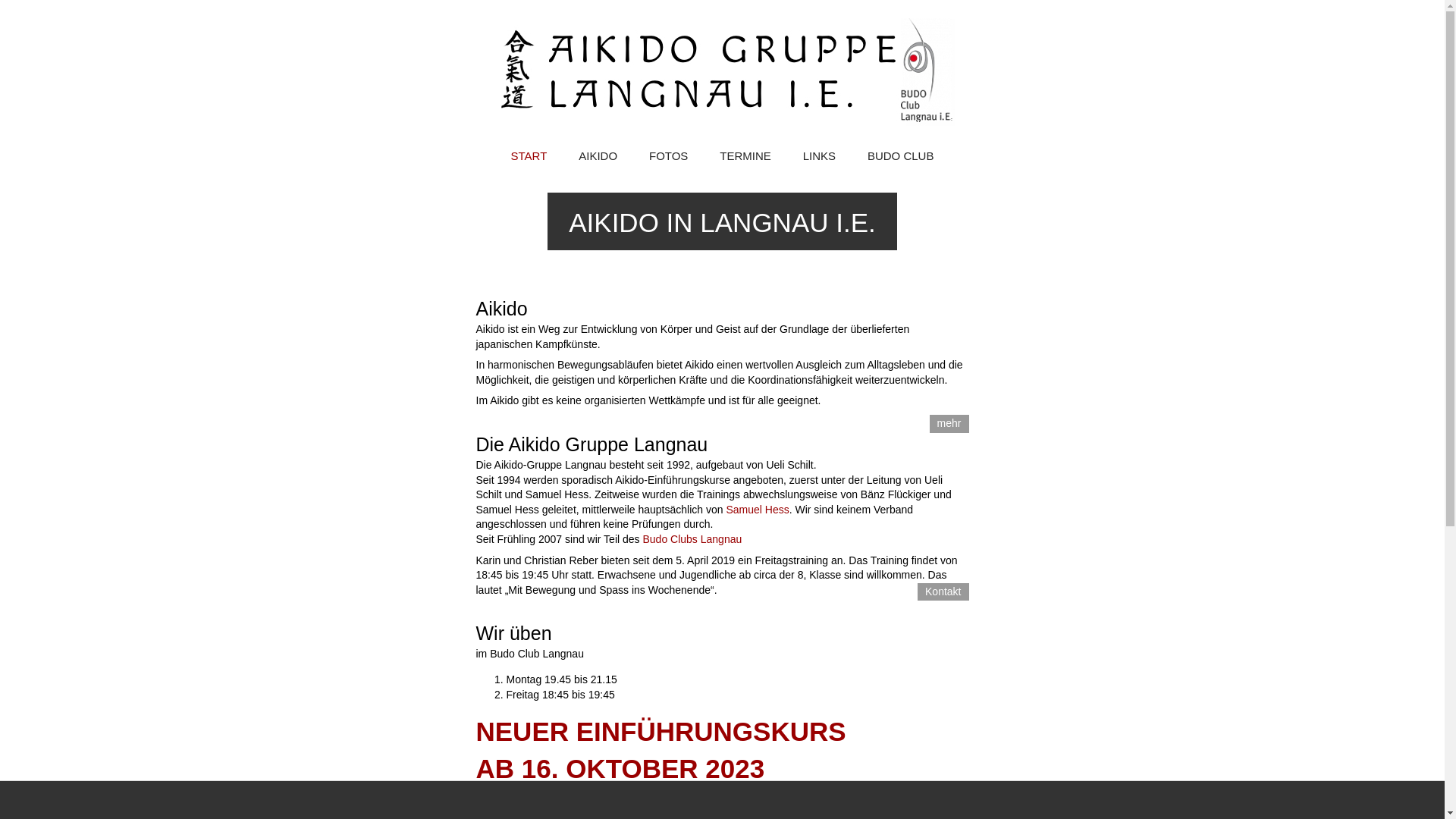 The width and height of the screenshot is (1456, 819). Describe the element at coordinates (942, 591) in the screenshot. I see `'Kontakt'` at that location.